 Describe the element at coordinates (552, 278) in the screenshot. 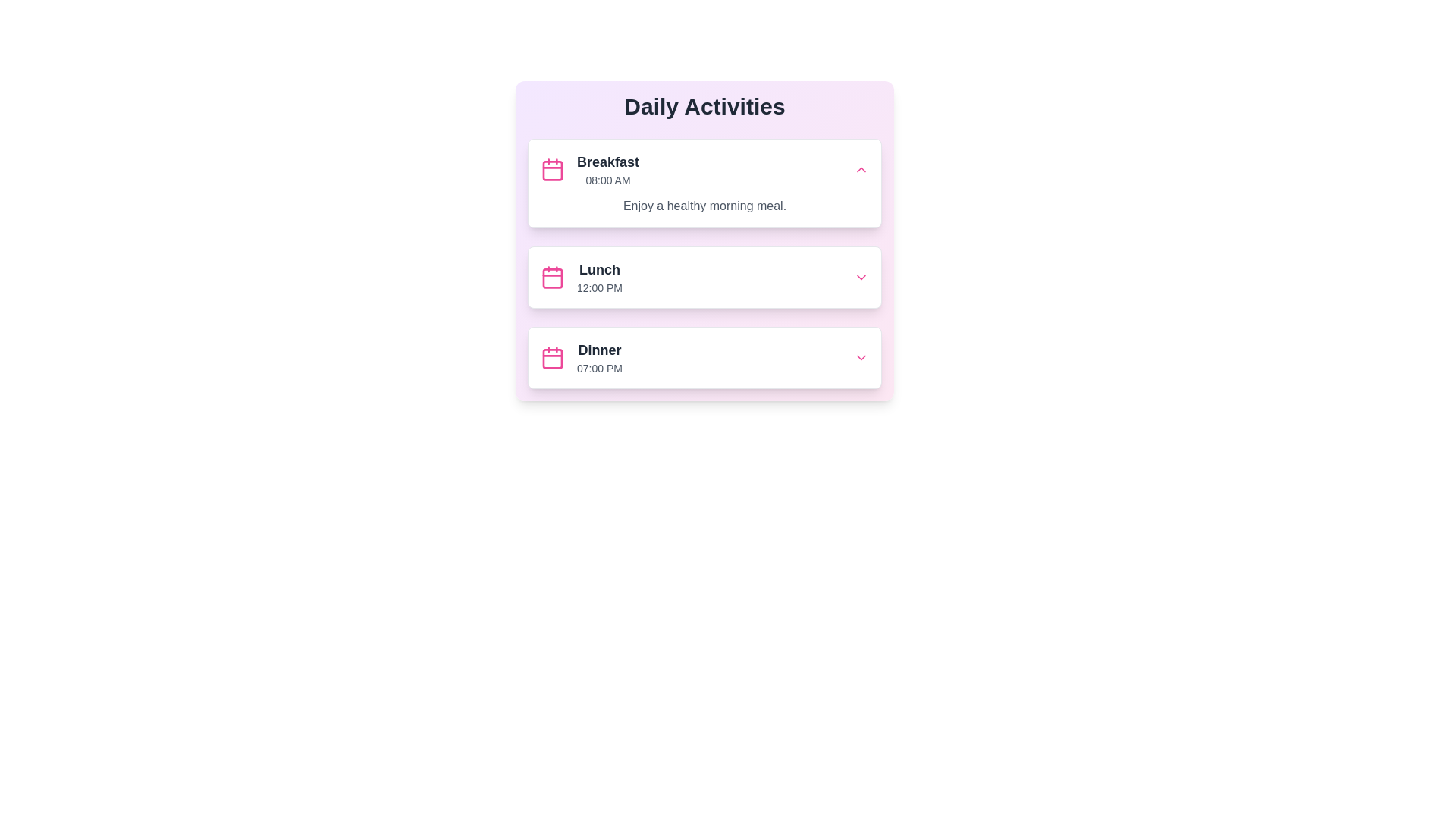

I see `the calendar icon representing the 'Lunch' event at 12:00 PM, located to the left of the text 'Lunch' in the 'Daily Activities' list` at that location.